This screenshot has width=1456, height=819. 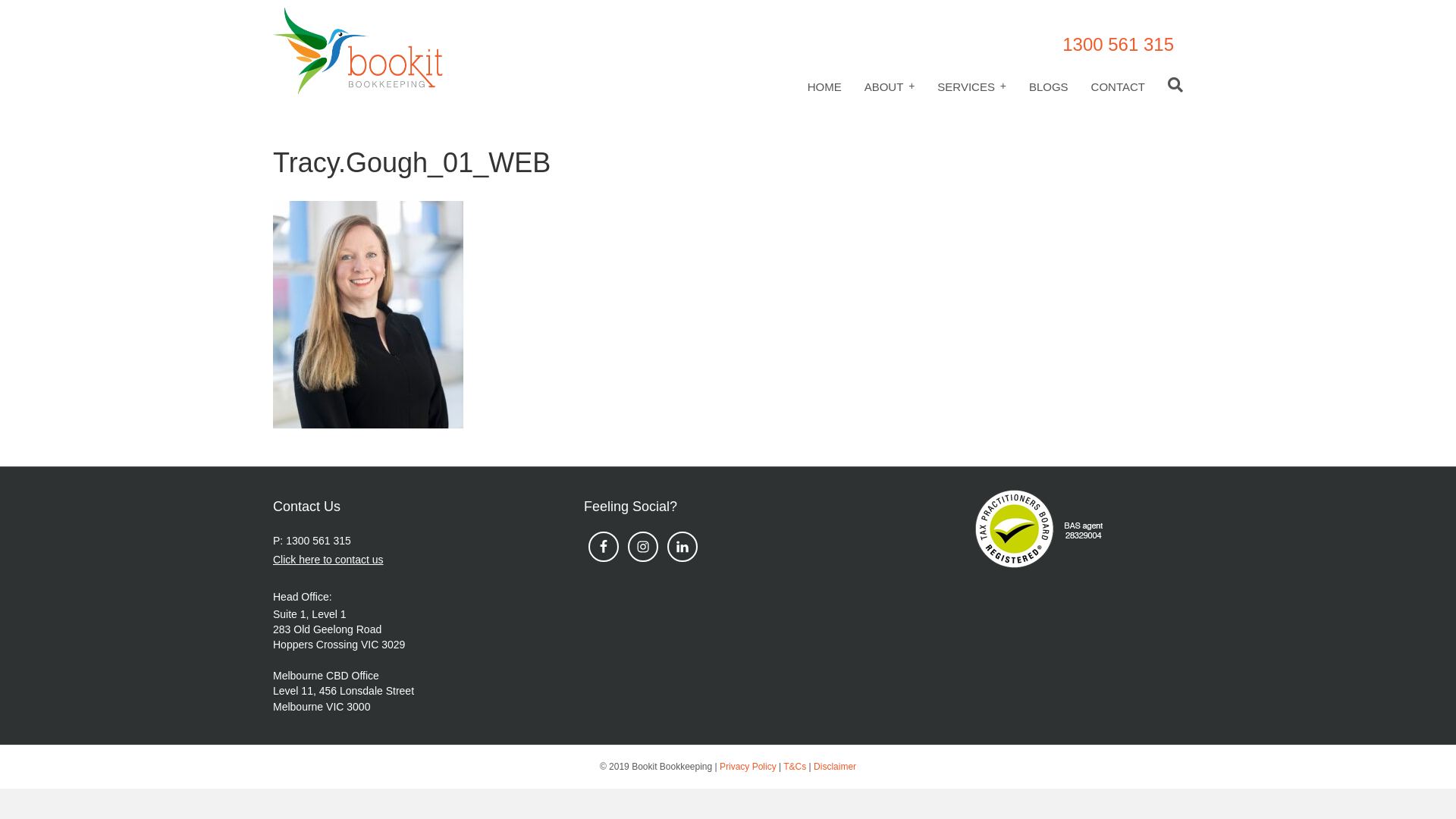 What do you see at coordinates (824, 86) in the screenshot?
I see `'HOME'` at bounding box center [824, 86].